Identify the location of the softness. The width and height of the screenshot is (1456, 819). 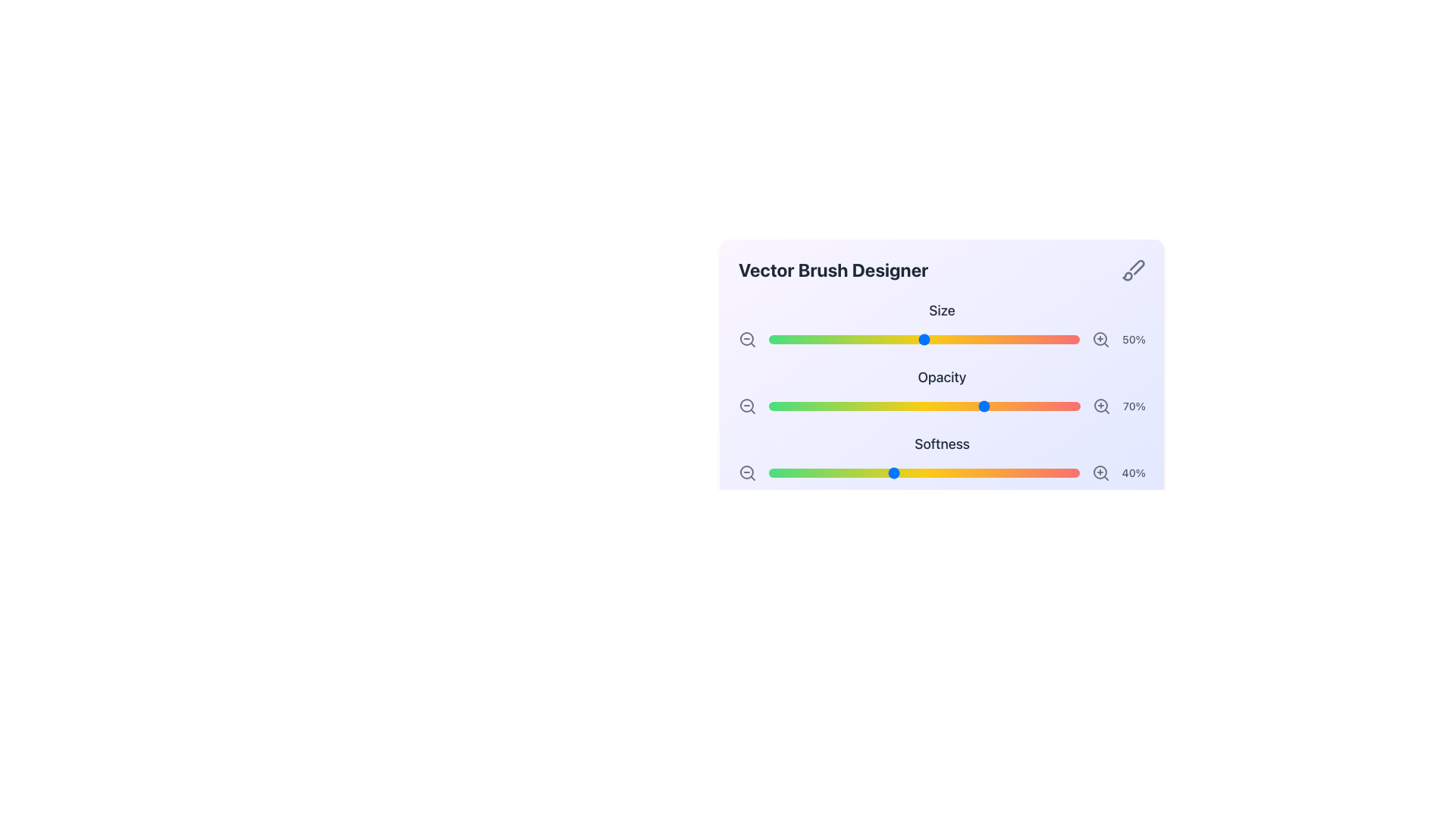
(920, 472).